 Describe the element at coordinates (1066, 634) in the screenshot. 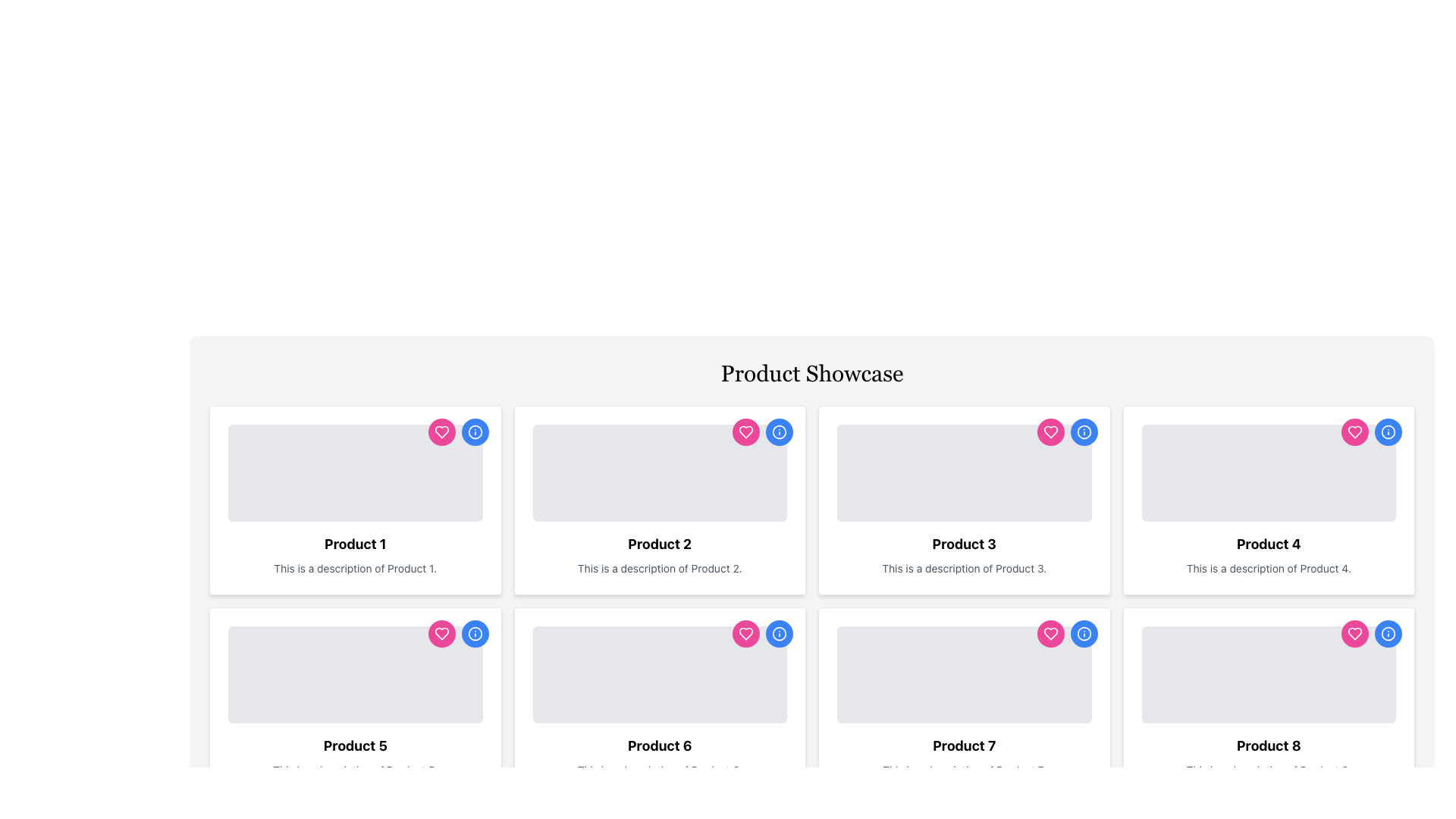

I see `the heart icon on the left button of the A group in the upper-right corner of the 'Product 7' card to like the product` at that location.